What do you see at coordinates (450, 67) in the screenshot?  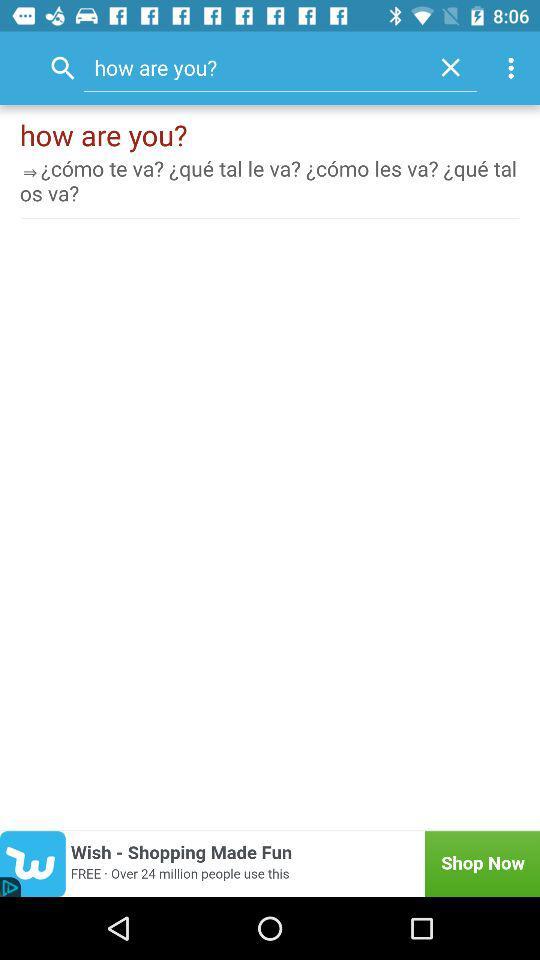 I see `the icon to the right of how are you? item` at bounding box center [450, 67].